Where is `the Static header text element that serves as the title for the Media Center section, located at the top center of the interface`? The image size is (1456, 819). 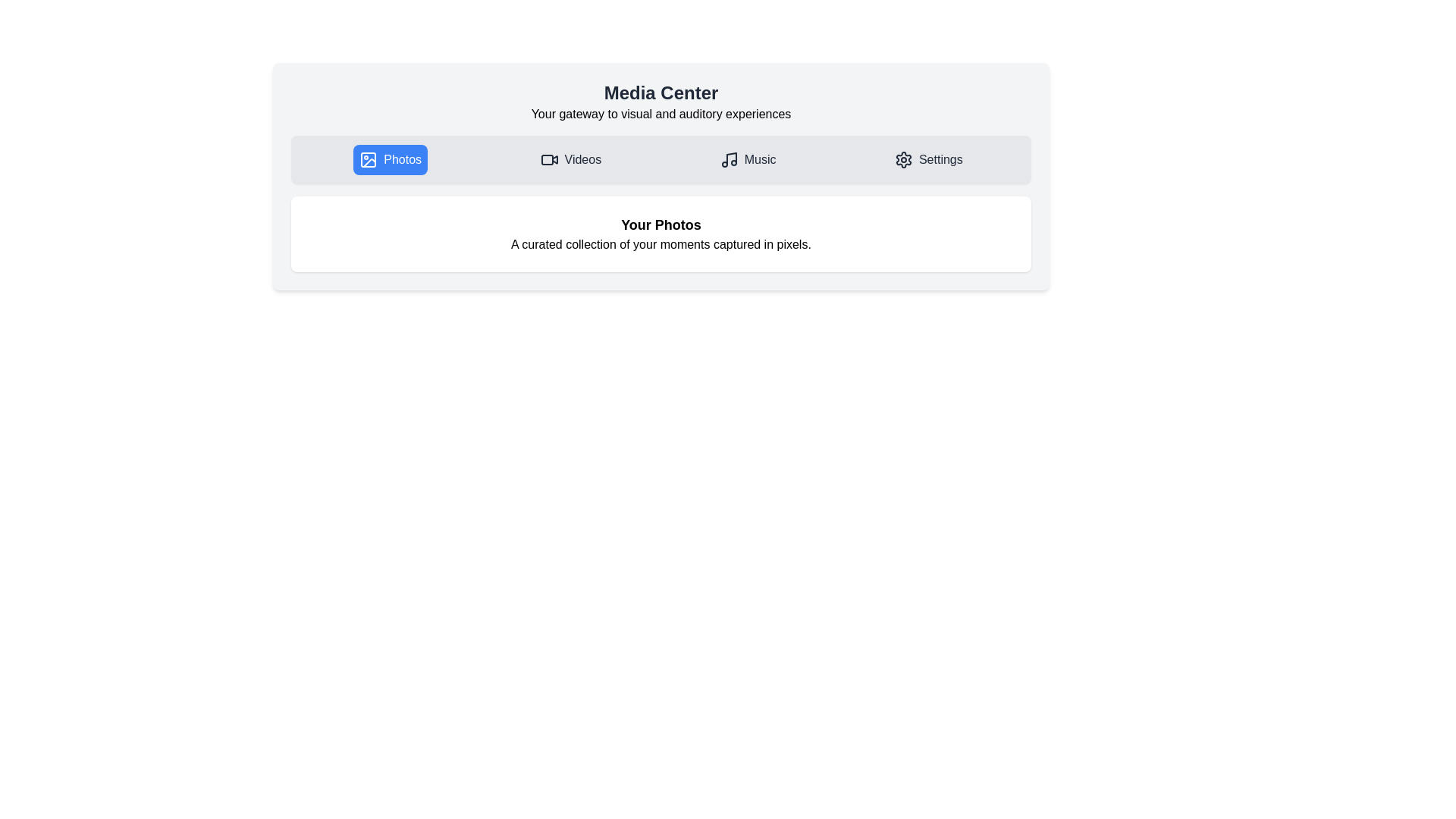 the Static header text element that serves as the title for the Media Center section, located at the top center of the interface is located at coordinates (661, 93).